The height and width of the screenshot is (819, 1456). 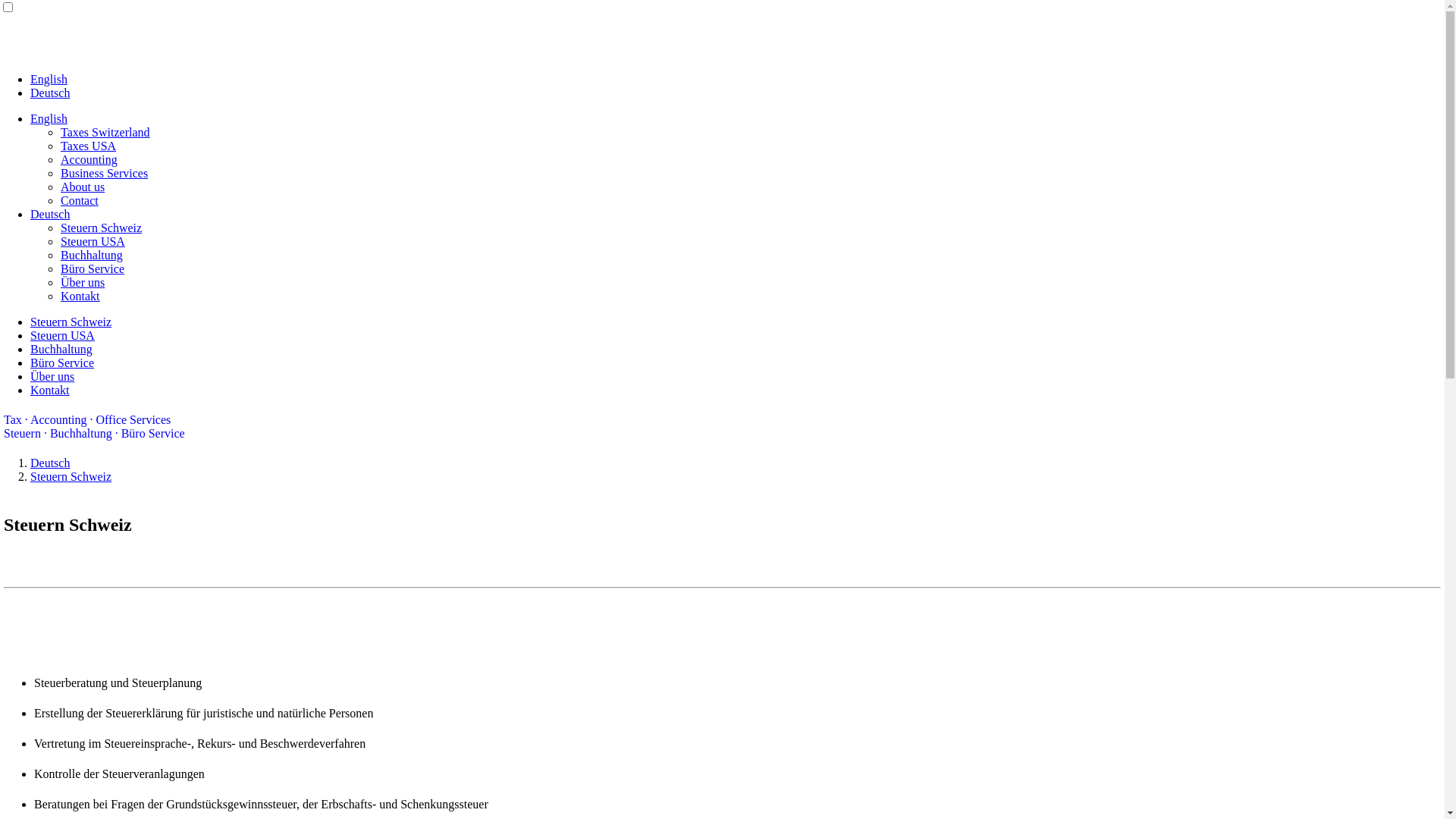 I want to click on 'Buchhaltung', so click(x=30, y=349).